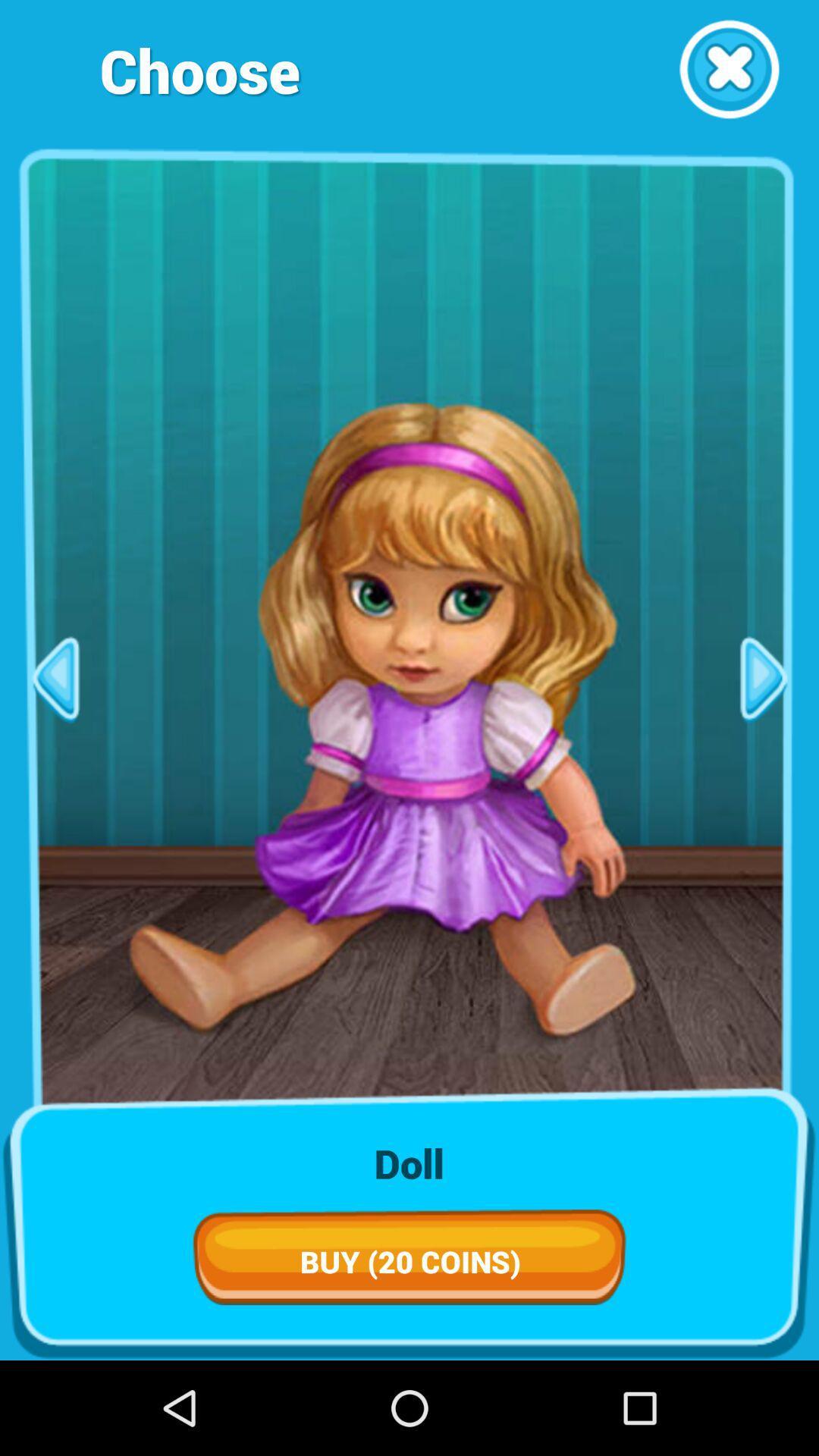 The image size is (819, 1456). What do you see at coordinates (764, 726) in the screenshot?
I see `the play icon` at bounding box center [764, 726].